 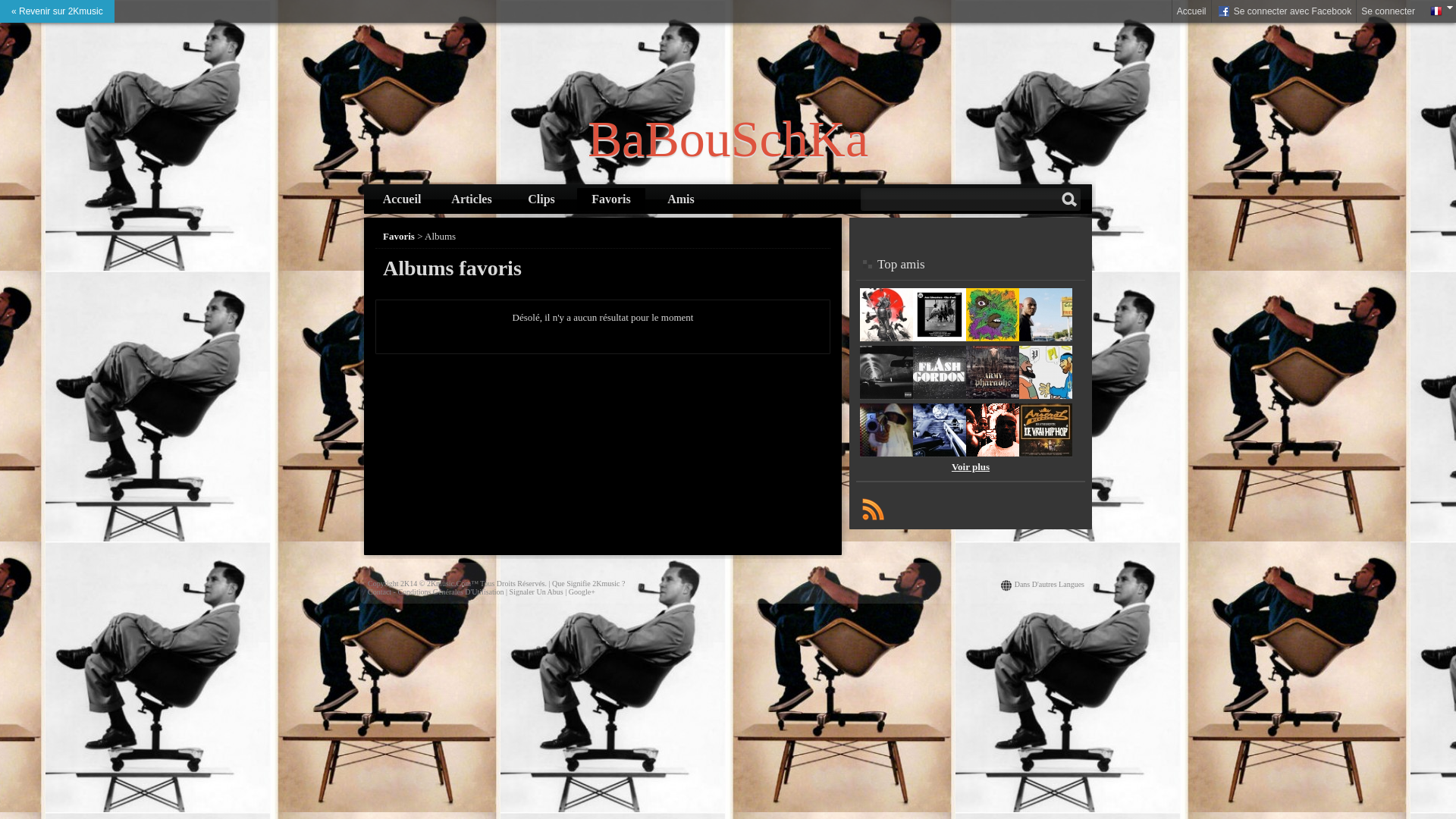 What do you see at coordinates (679, 198) in the screenshot?
I see `'Amis'` at bounding box center [679, 198].